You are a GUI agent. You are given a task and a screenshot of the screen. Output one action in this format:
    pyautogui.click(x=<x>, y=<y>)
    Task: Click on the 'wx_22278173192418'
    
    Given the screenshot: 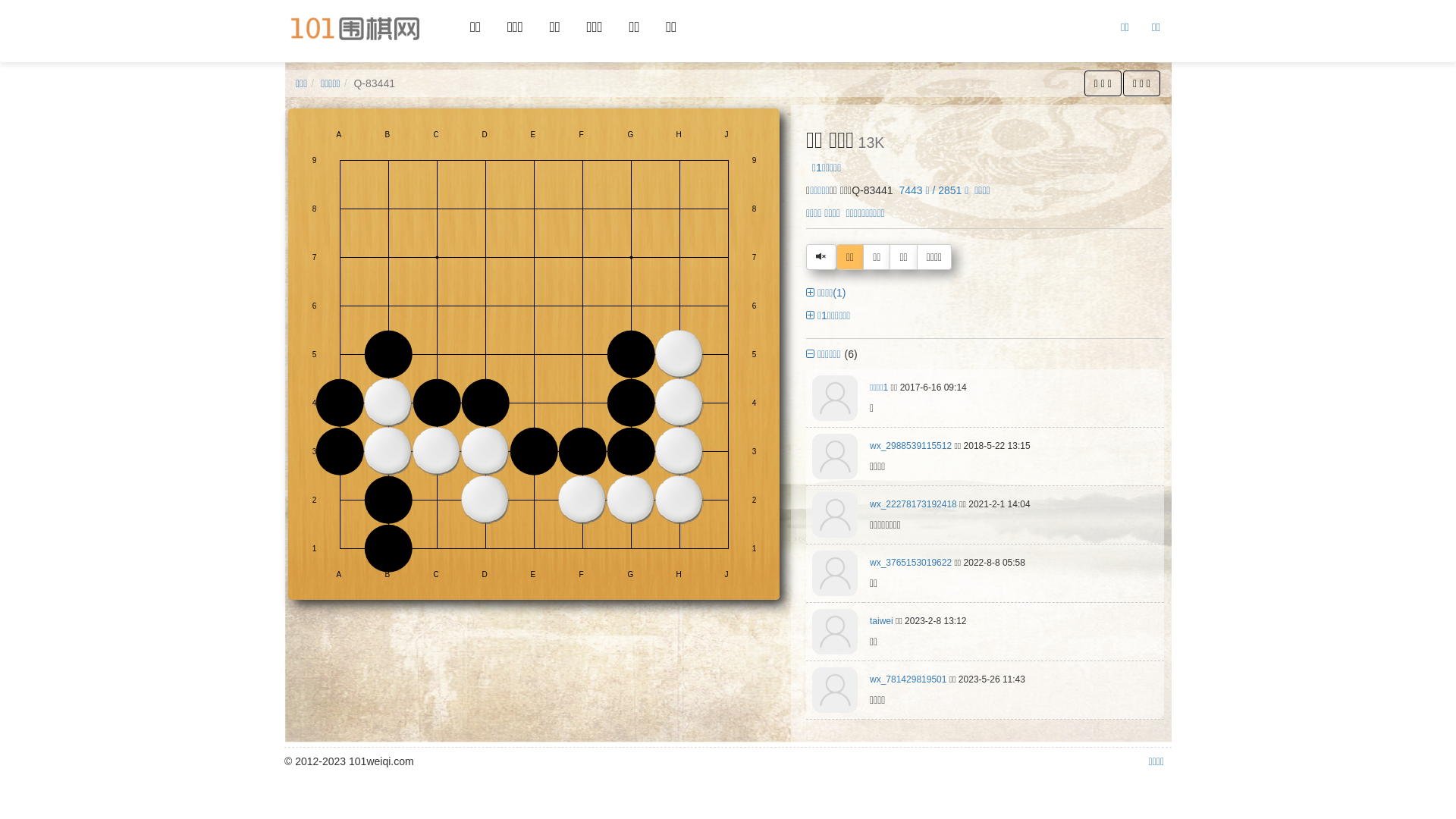 What is the action you would take?
    pyautogui.click(x=870, y=504)
    